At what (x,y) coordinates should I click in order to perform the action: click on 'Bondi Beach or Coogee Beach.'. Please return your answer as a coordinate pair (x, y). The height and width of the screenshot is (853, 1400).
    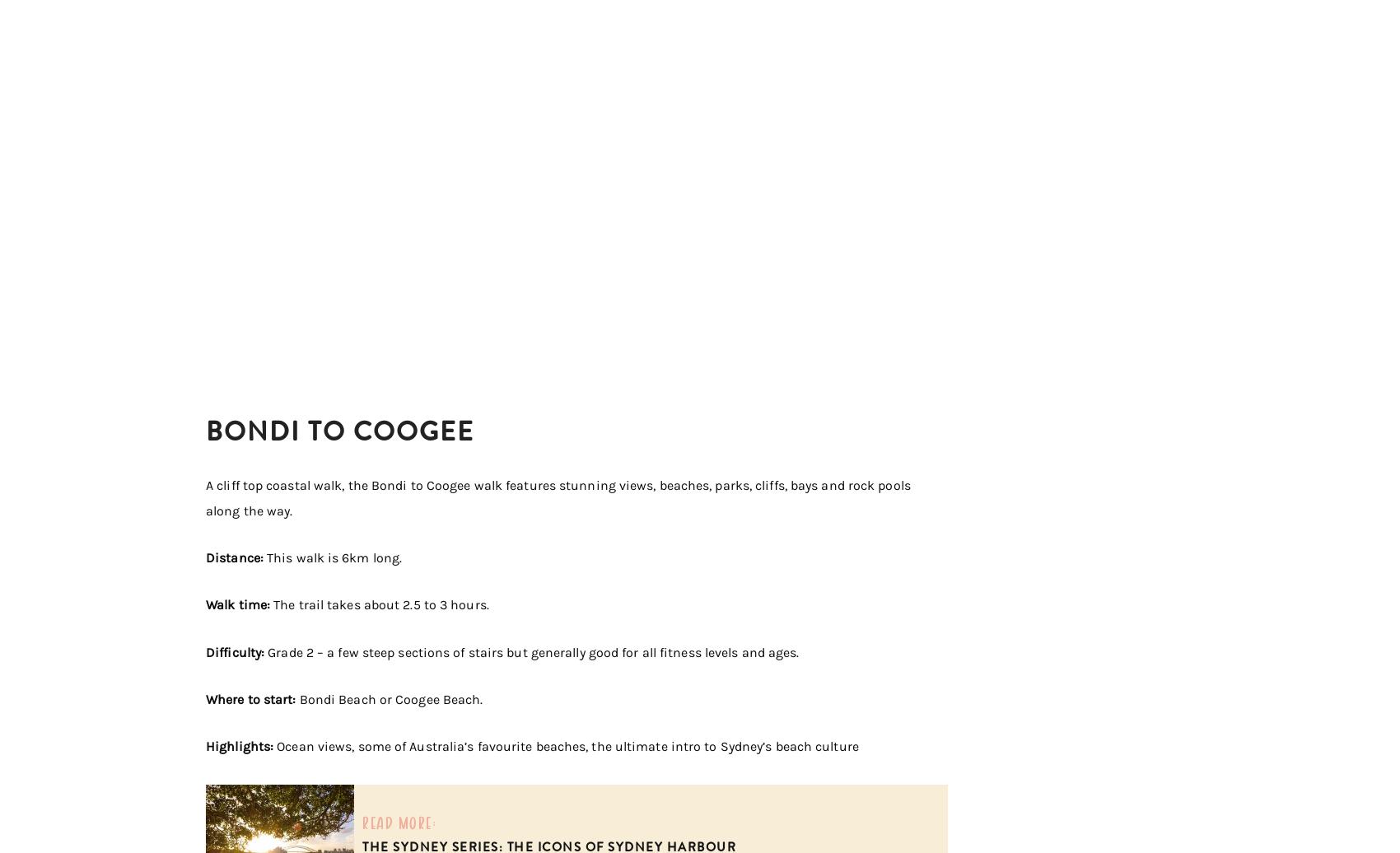
    Looking at the image, I should click on (390, 699).